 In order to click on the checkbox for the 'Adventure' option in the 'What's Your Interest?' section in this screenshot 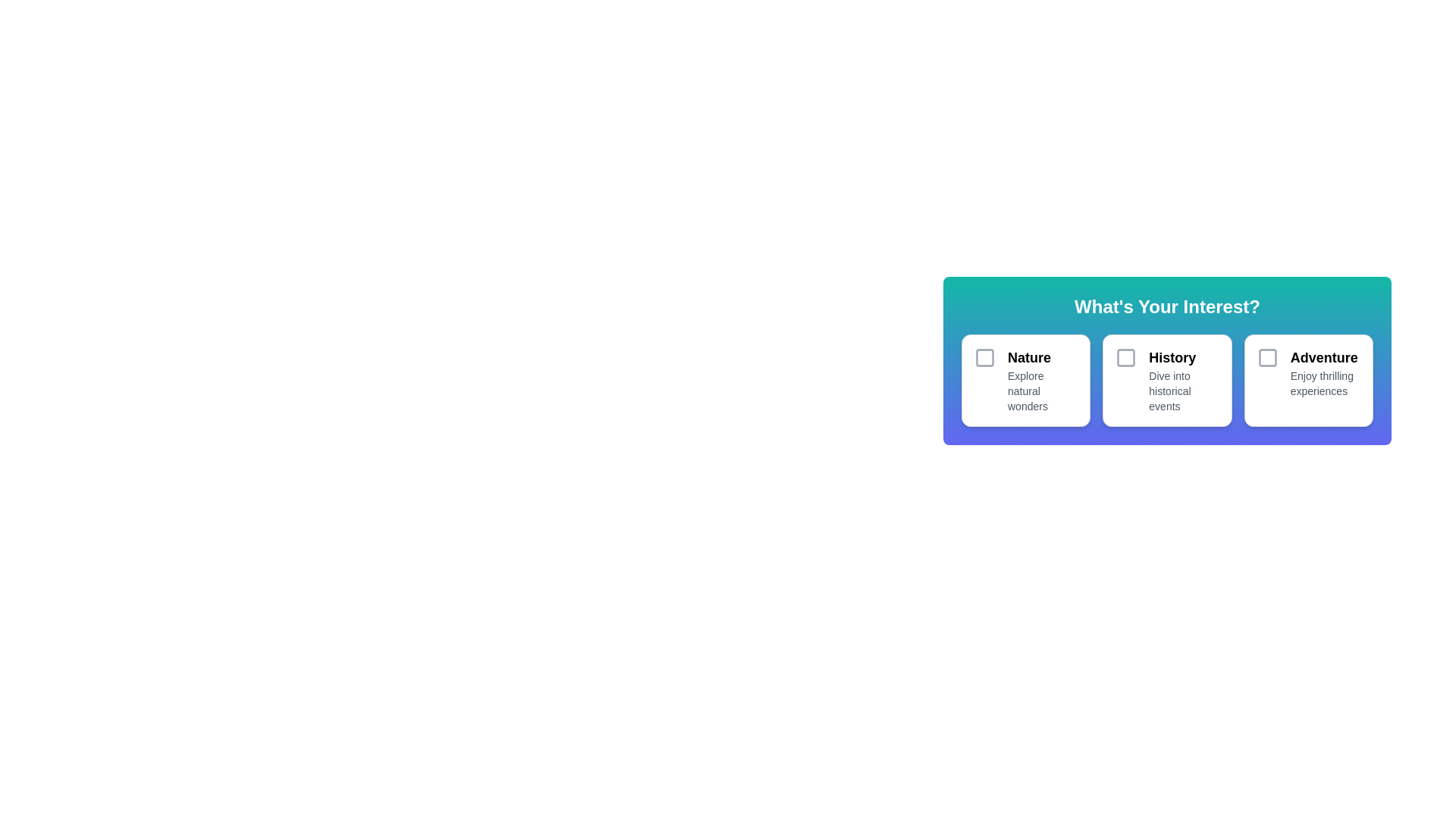, I will do `click(1267, 357)`.